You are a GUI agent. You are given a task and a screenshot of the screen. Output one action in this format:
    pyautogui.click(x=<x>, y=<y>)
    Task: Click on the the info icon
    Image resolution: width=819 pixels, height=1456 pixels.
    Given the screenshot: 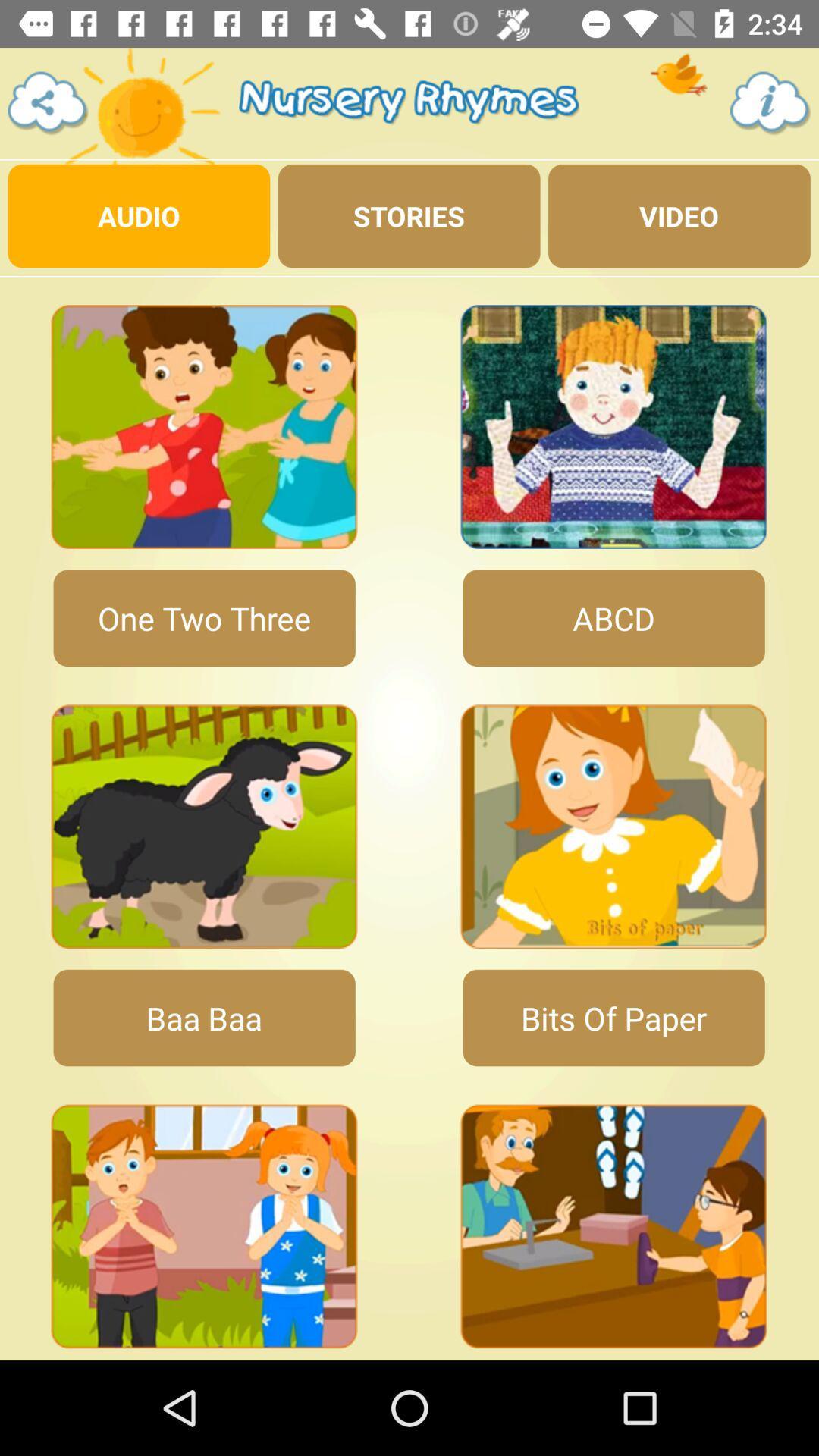 What is the action you would take?
    pyautogui.click(x=770, y=102)
    